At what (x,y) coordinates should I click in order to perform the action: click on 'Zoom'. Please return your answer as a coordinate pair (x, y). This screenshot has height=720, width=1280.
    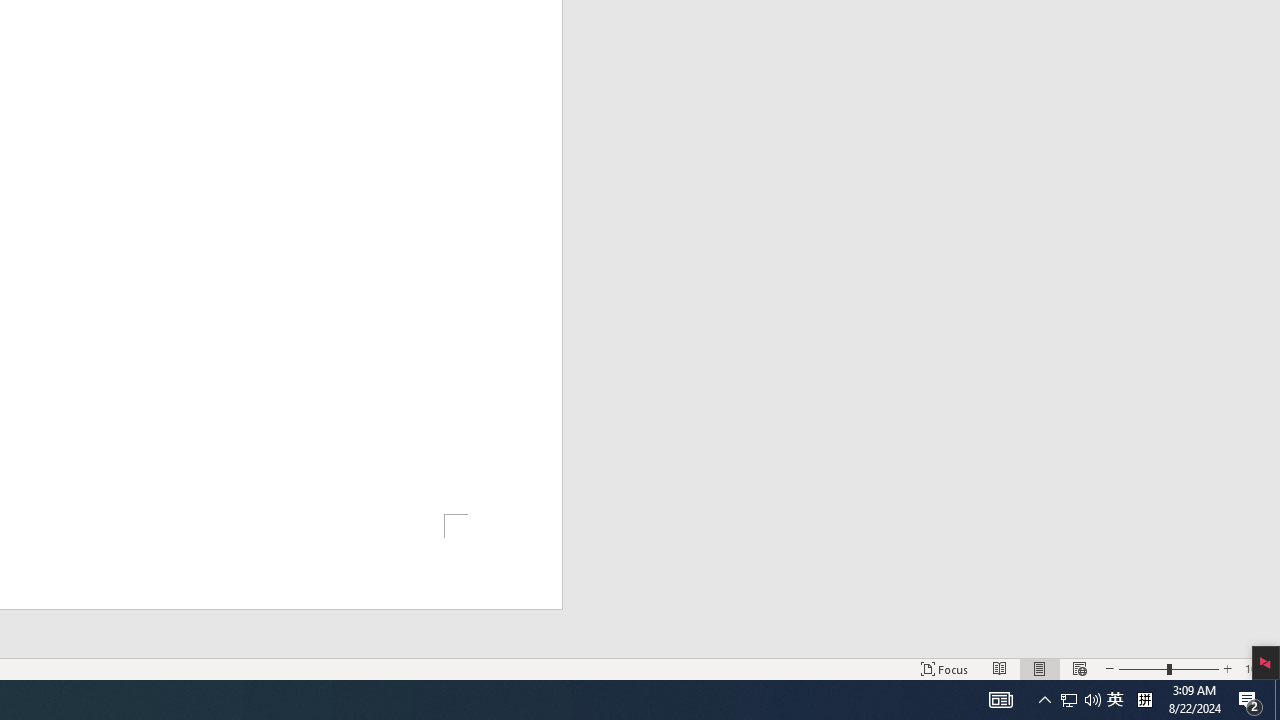
    Looking at the image, I should click on (1168, 669).